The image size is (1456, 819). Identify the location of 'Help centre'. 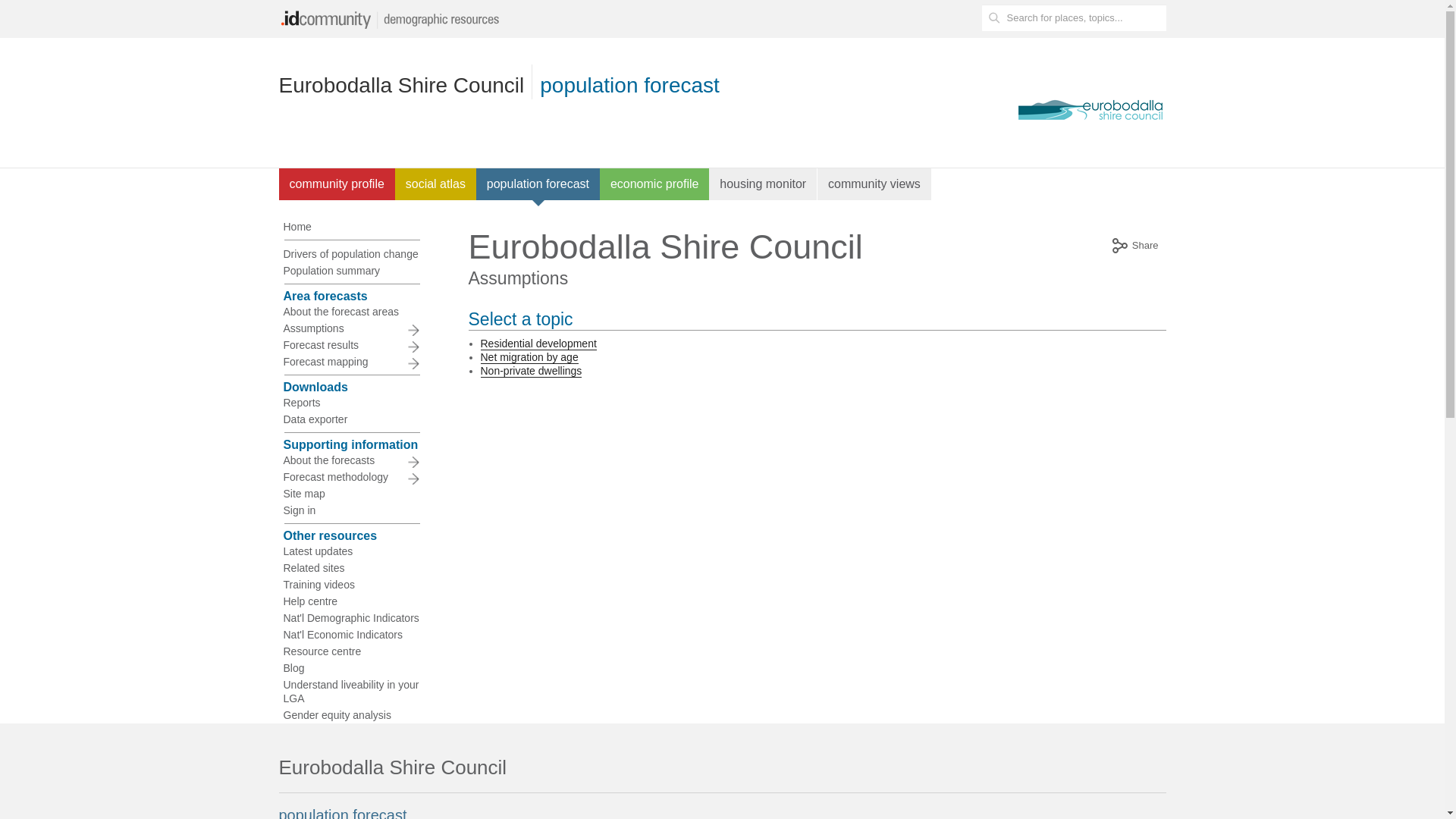
(279, 601).